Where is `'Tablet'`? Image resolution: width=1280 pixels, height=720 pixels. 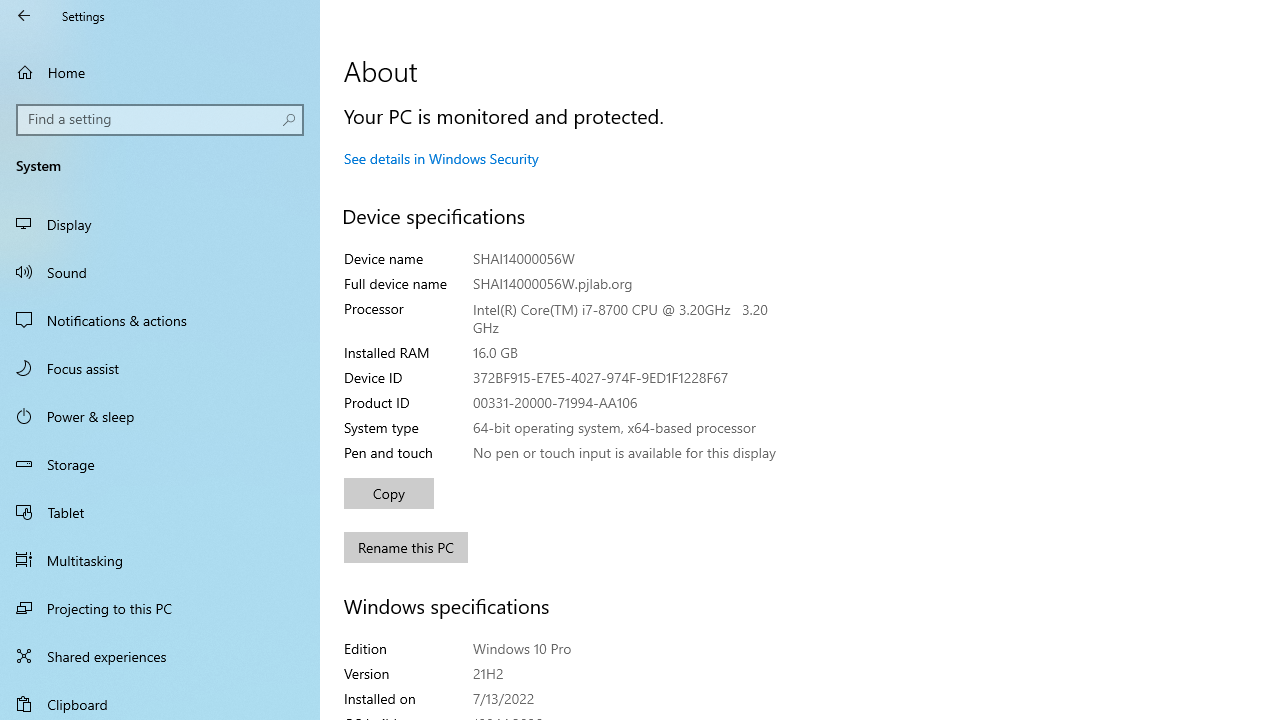 'Tablet' is located at coordinates (160, 510).